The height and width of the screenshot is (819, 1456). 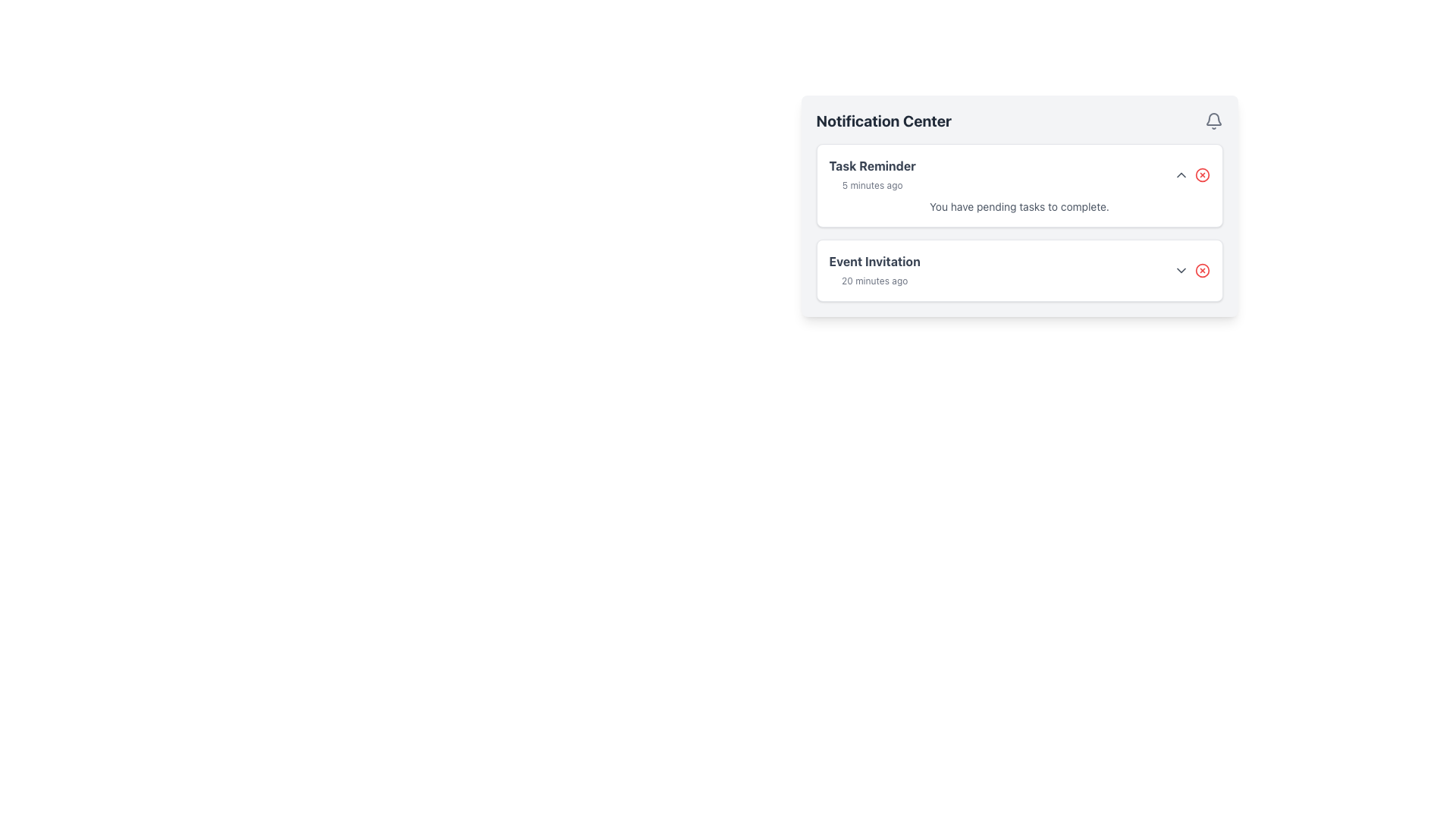 I want to click on the downward arrow icon button, so click(x=1180, y=270).